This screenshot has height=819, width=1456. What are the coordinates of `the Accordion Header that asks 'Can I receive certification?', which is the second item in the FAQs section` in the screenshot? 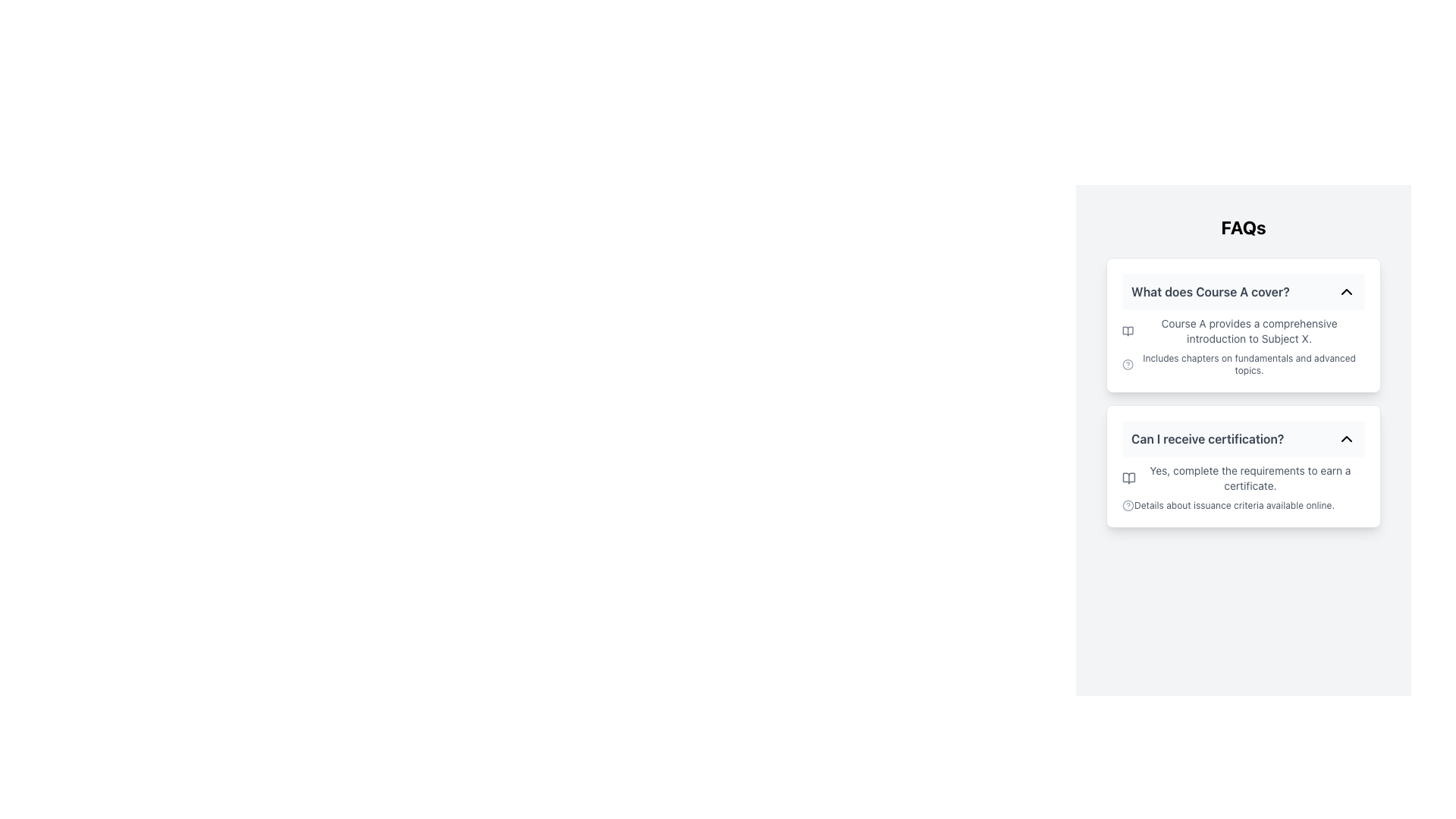 It's located at (1244, 438).